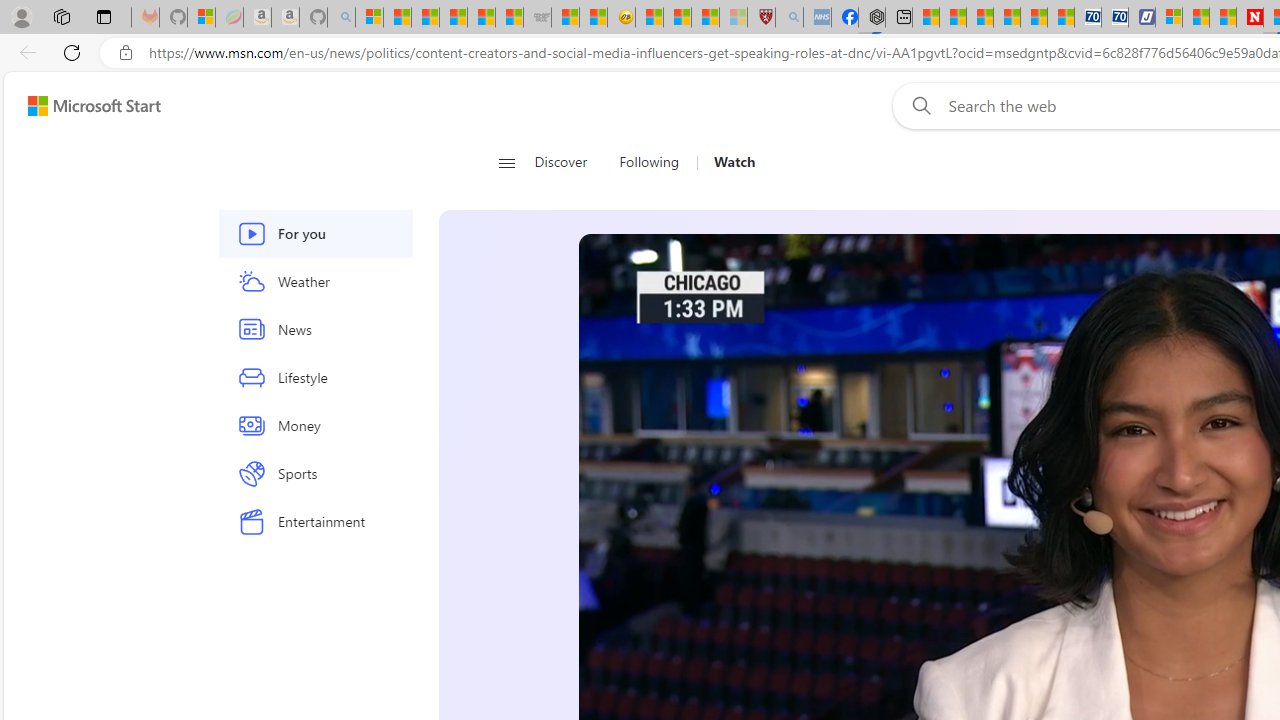 The image size is (1280, 720). What do you see at coordinates (1113, 17) in the screenshot?
I see `'Cheap Hotels - Save70.com'` at bounding box center [1113, 17].